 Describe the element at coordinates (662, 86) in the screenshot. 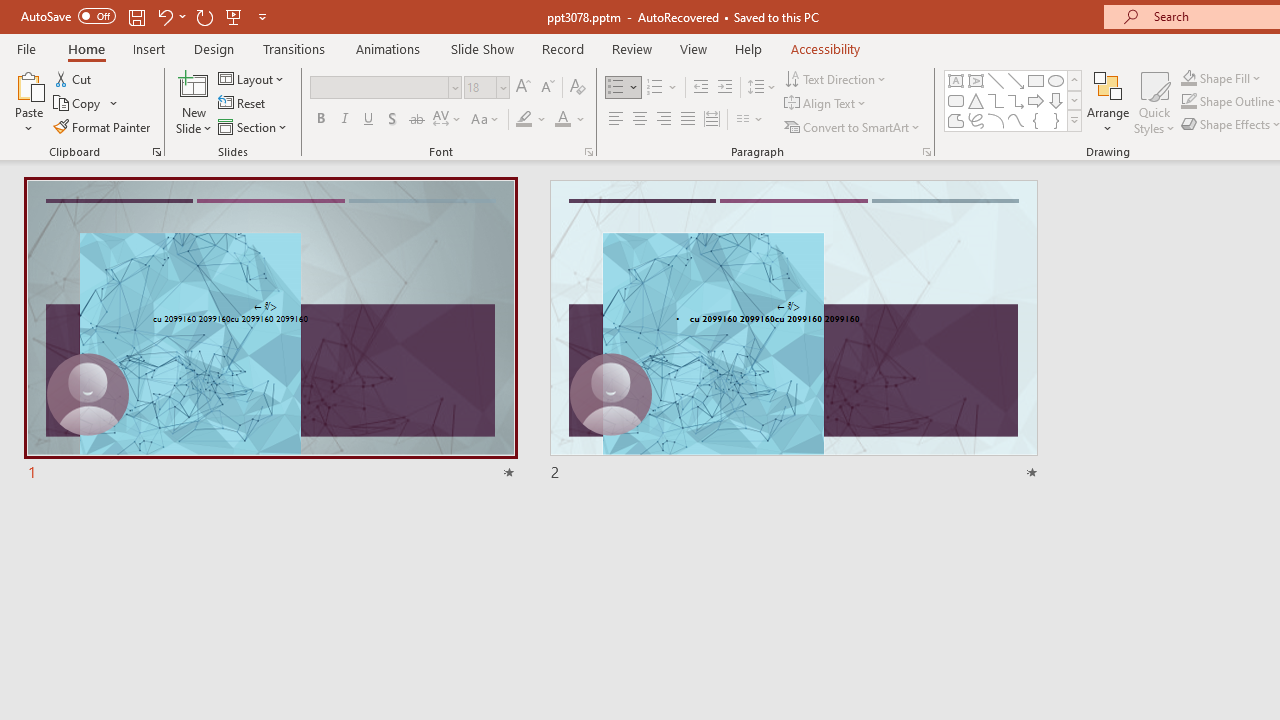

I see `'Numbering'` at that location.